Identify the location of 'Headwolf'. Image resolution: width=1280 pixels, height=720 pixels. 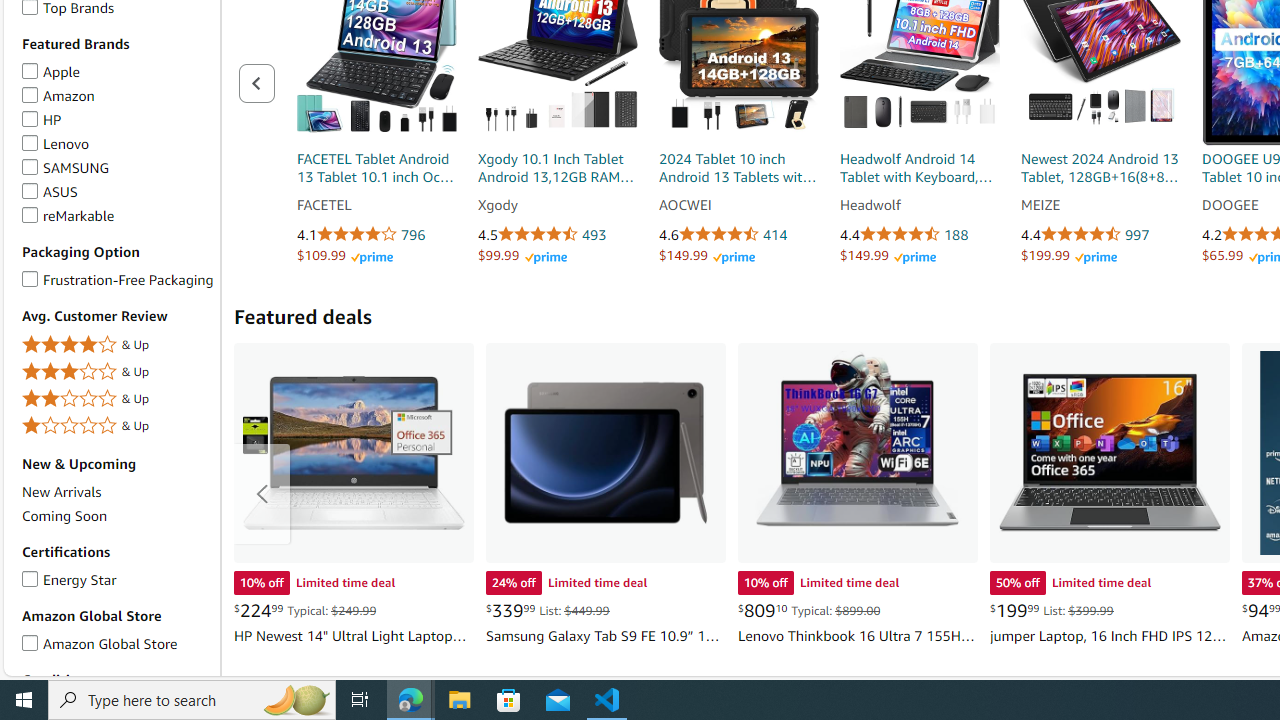
(918, 205).